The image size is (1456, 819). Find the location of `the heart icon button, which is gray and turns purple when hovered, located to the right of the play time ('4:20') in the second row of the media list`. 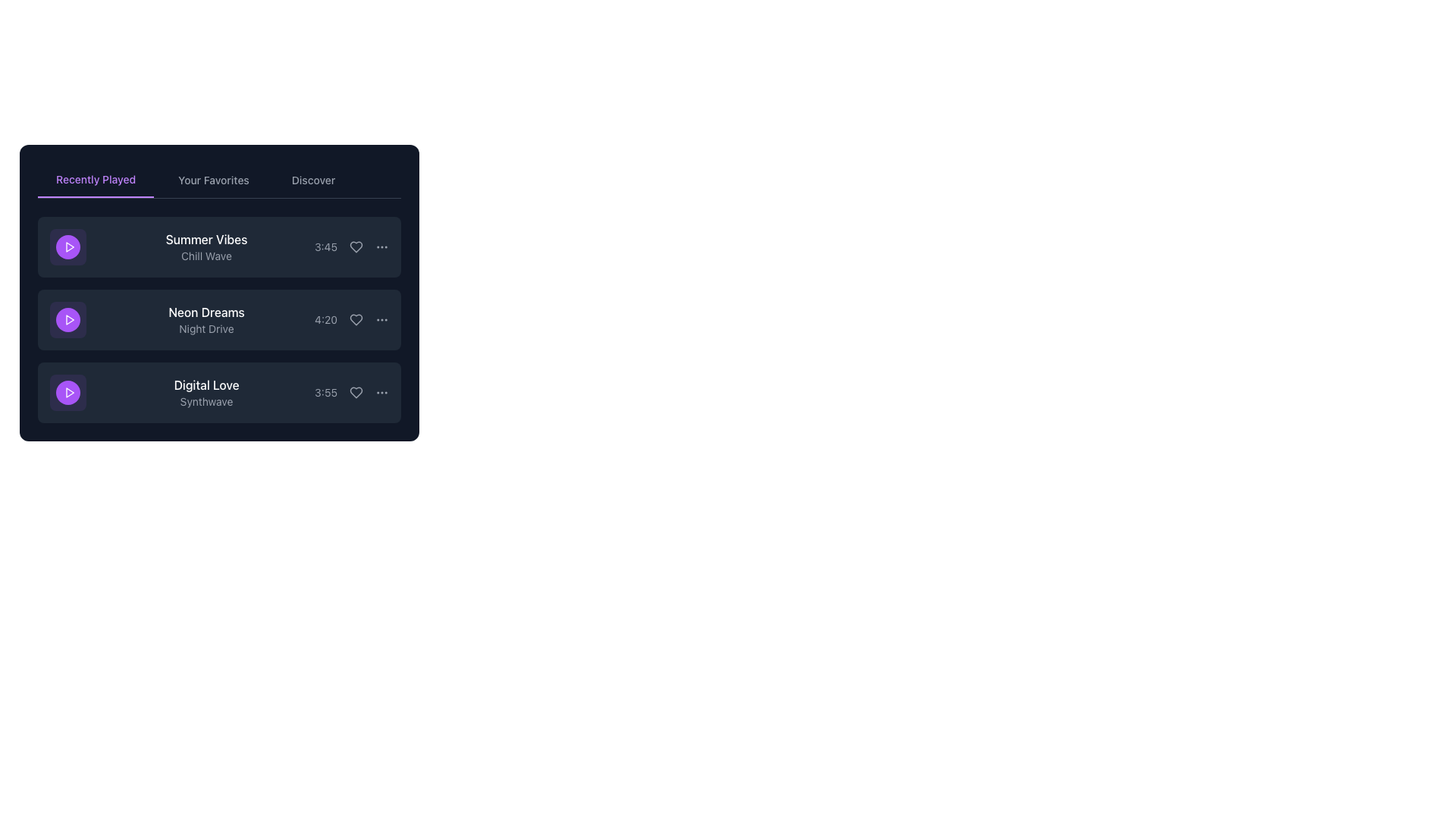

the heart icon button, which is gray and turns purple when hovered, located to the right of the play time ('4:20') in the second row of the media list is located at coordinates (356, 318).